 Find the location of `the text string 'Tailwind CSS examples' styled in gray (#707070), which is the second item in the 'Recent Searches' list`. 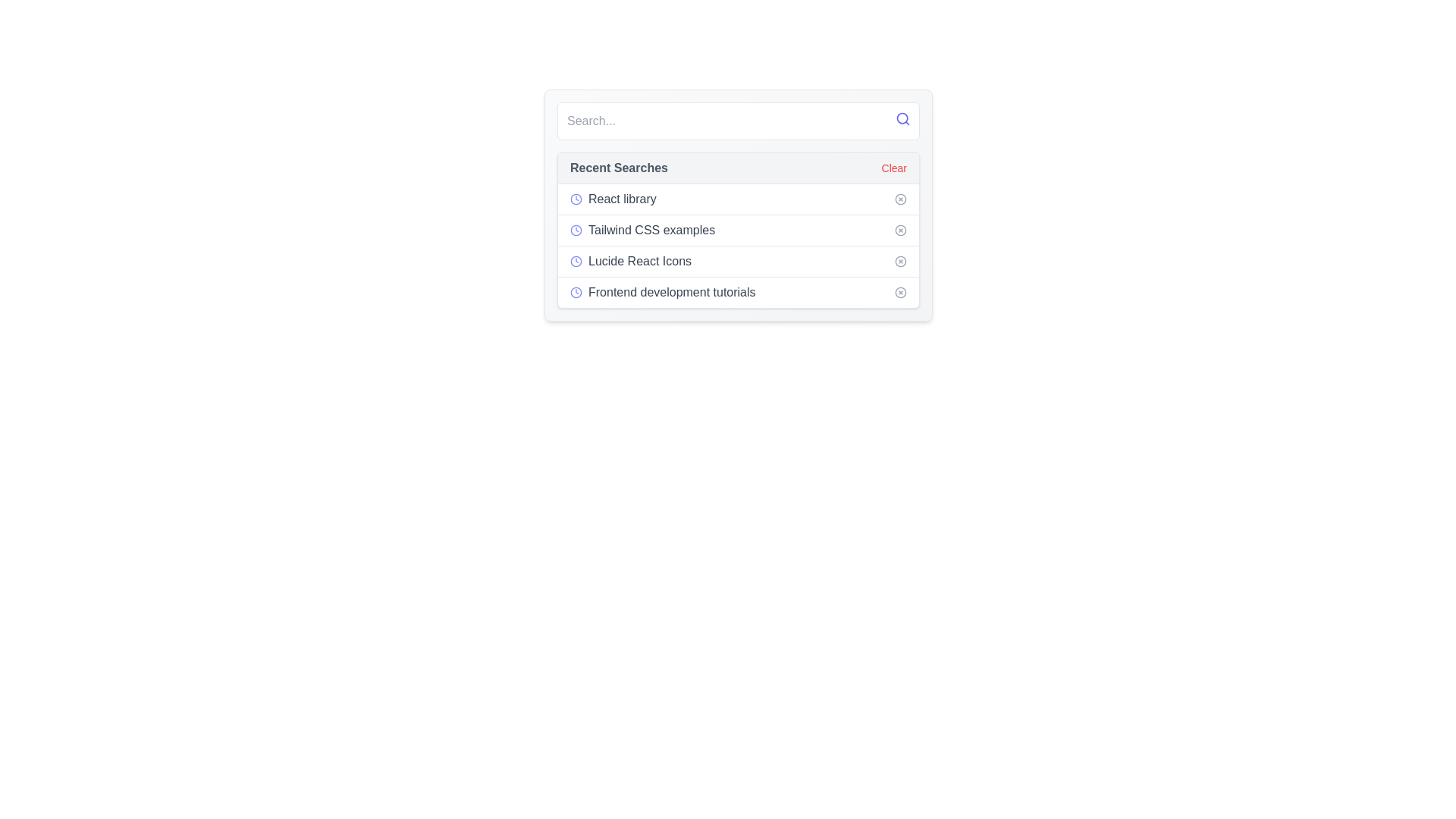

the text string 'Tailwind CSS examples' styled in gray (#707070), which is the second item in the 'Recent Searches' list is located at coordinates (651, 231).